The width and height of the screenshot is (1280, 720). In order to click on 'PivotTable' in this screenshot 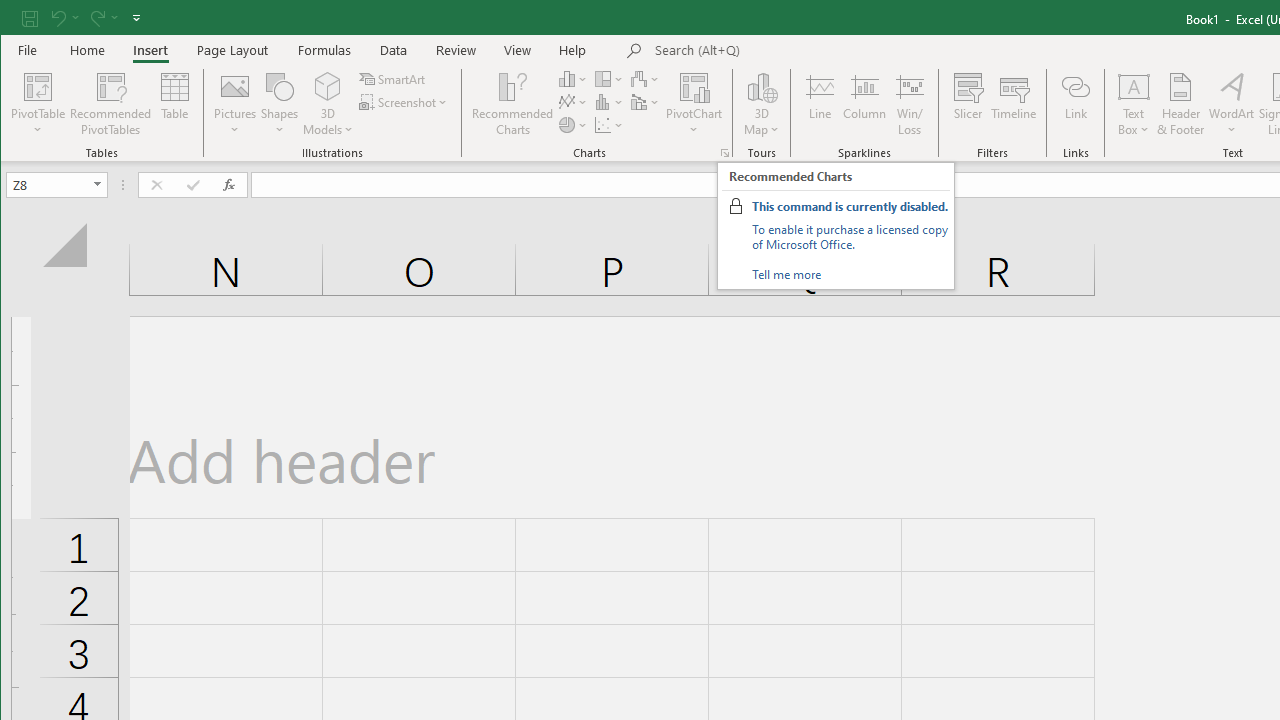, I will do `click(38, 85)`.